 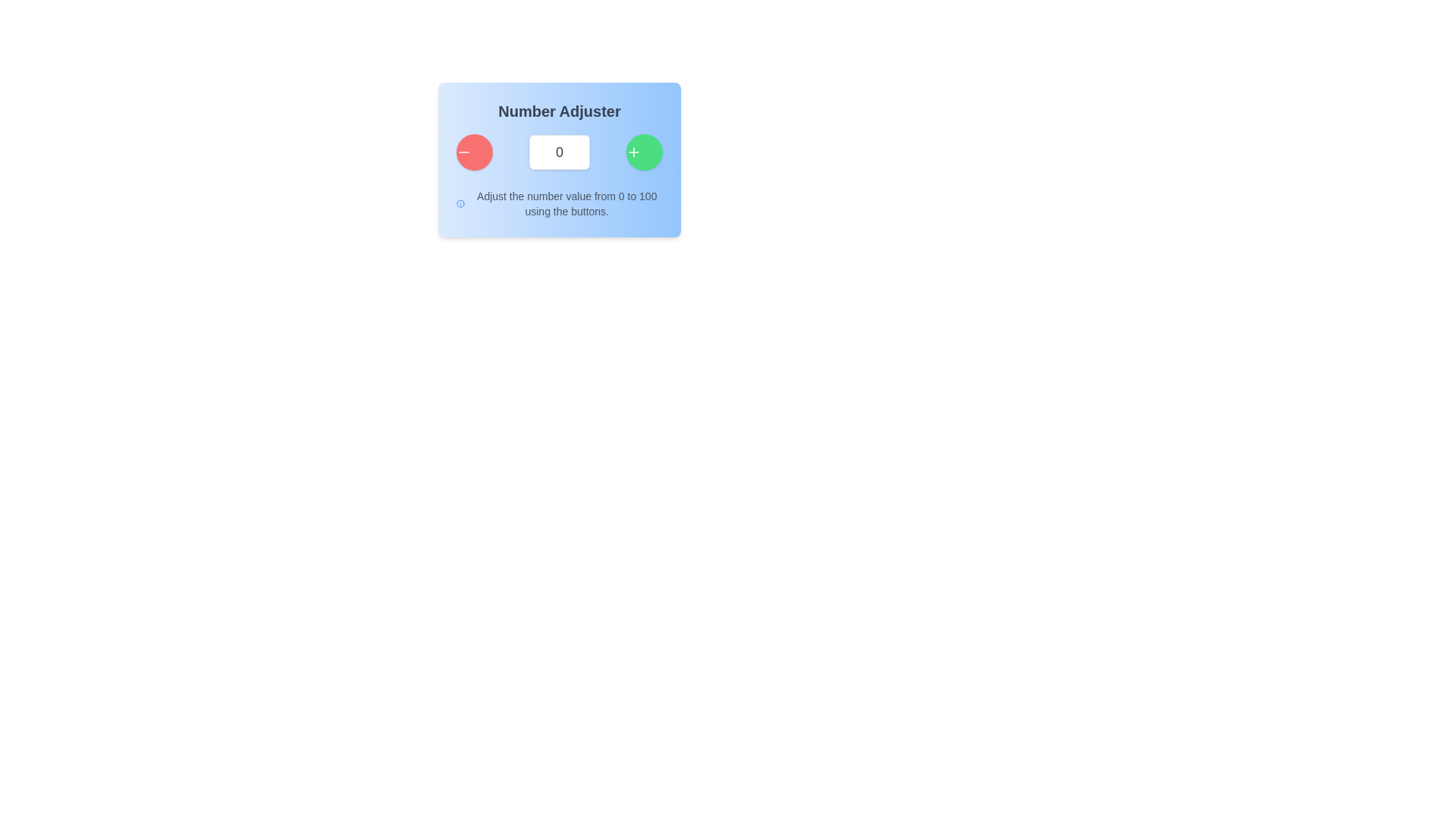 What do you see at coordinates (644, 152) in the screenshot?
I see `the increment button located on the right side of the Number Adjuster panel to increase the numeric value displayed in the adjacent input field by 1` at bounding box center [644, 152].